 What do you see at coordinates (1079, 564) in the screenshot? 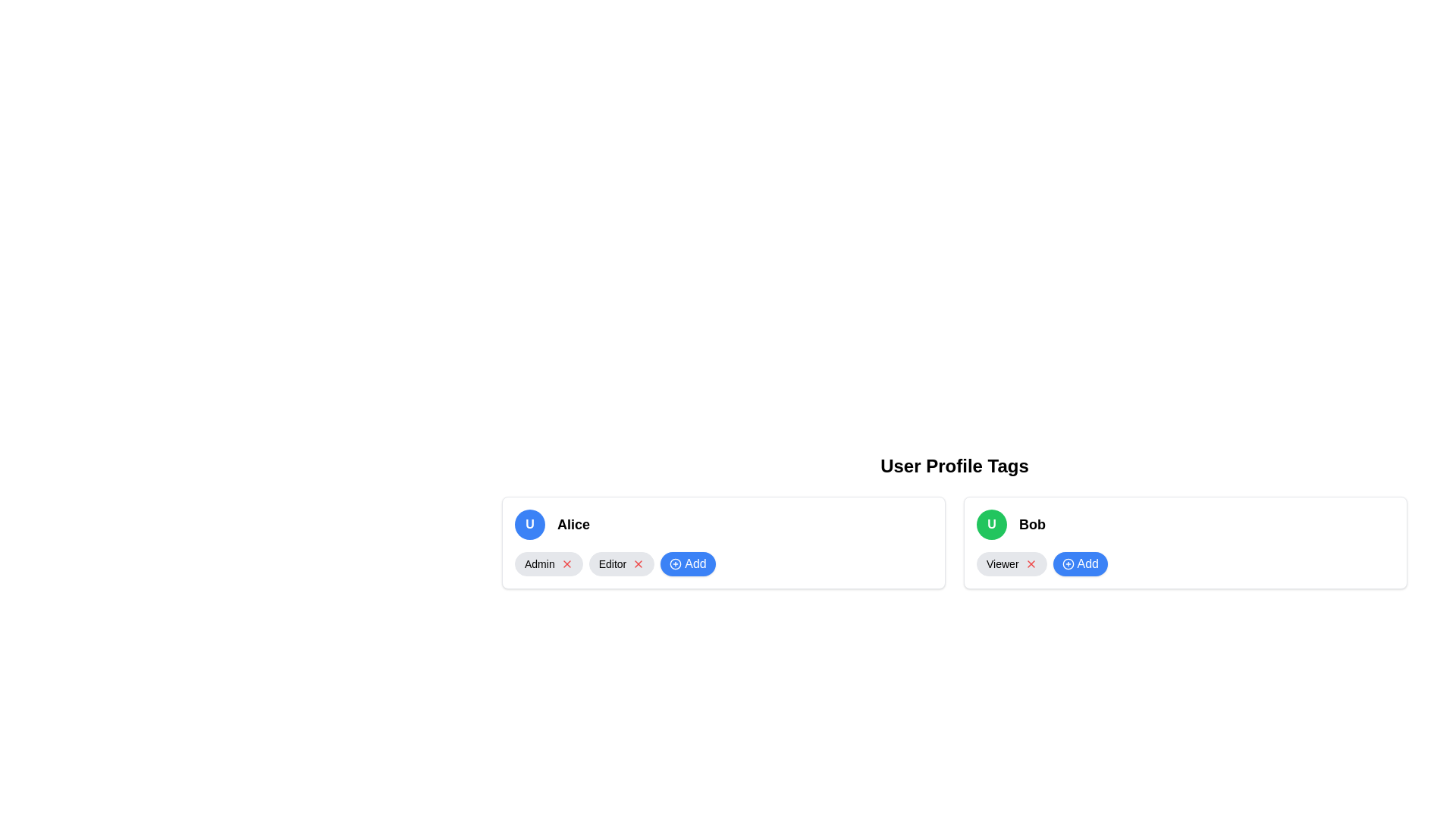
I see `the button` at bounding box center [1079, 564].